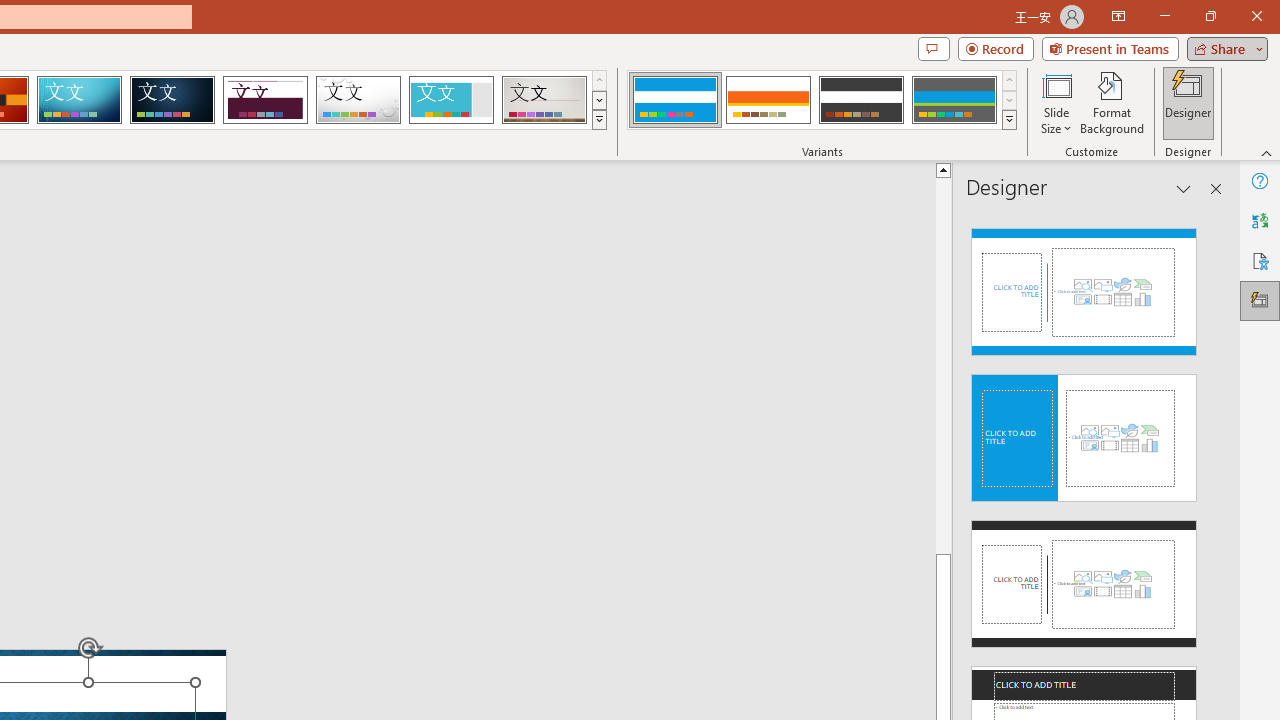 The height and width of the screenshot is (720, 1280). Describe the element at coordinates (953, 100) in the screenshot. I see `'Banded Variant 4'` at that location.